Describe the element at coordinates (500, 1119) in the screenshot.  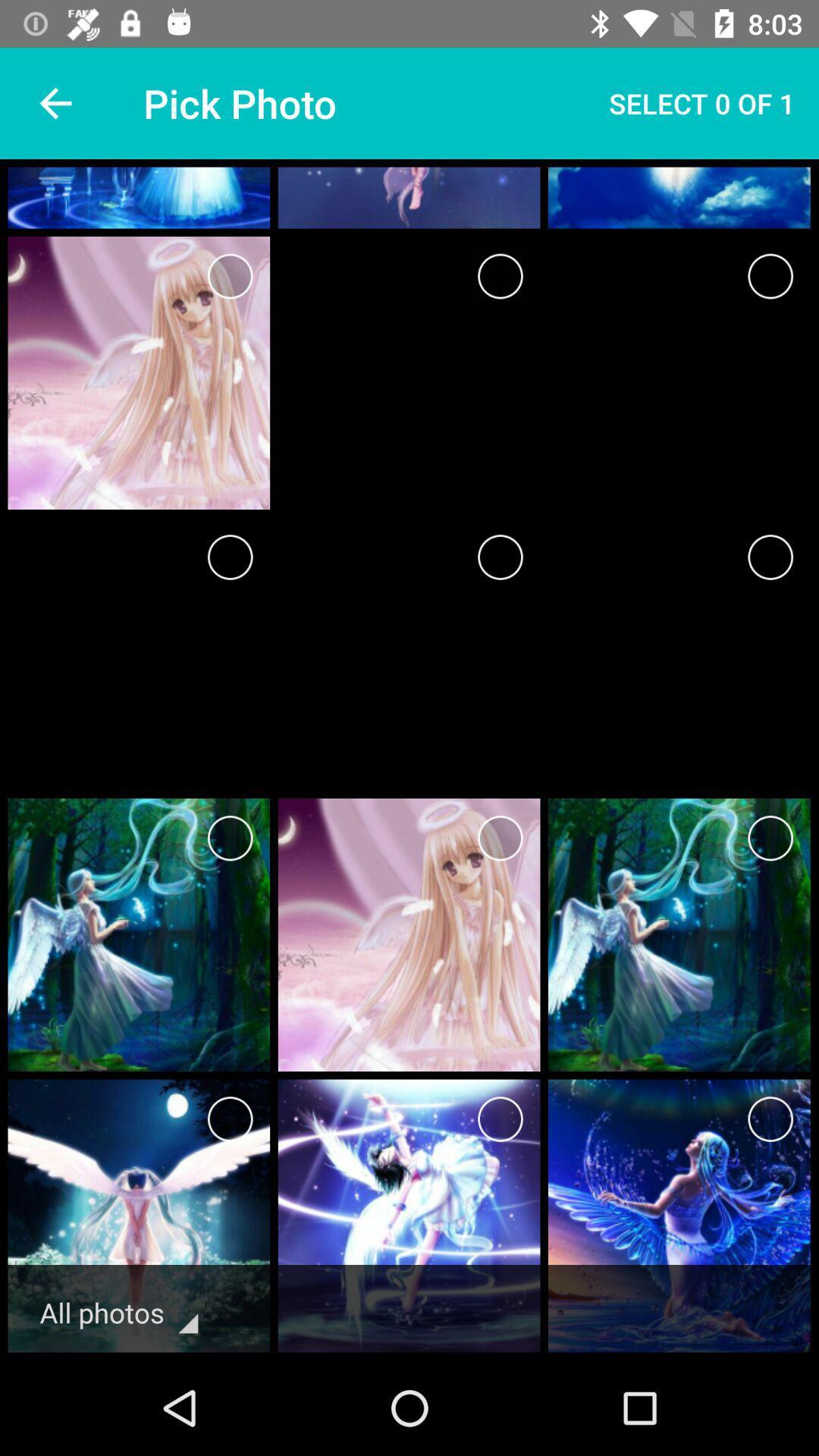
I see `photo` at that location.